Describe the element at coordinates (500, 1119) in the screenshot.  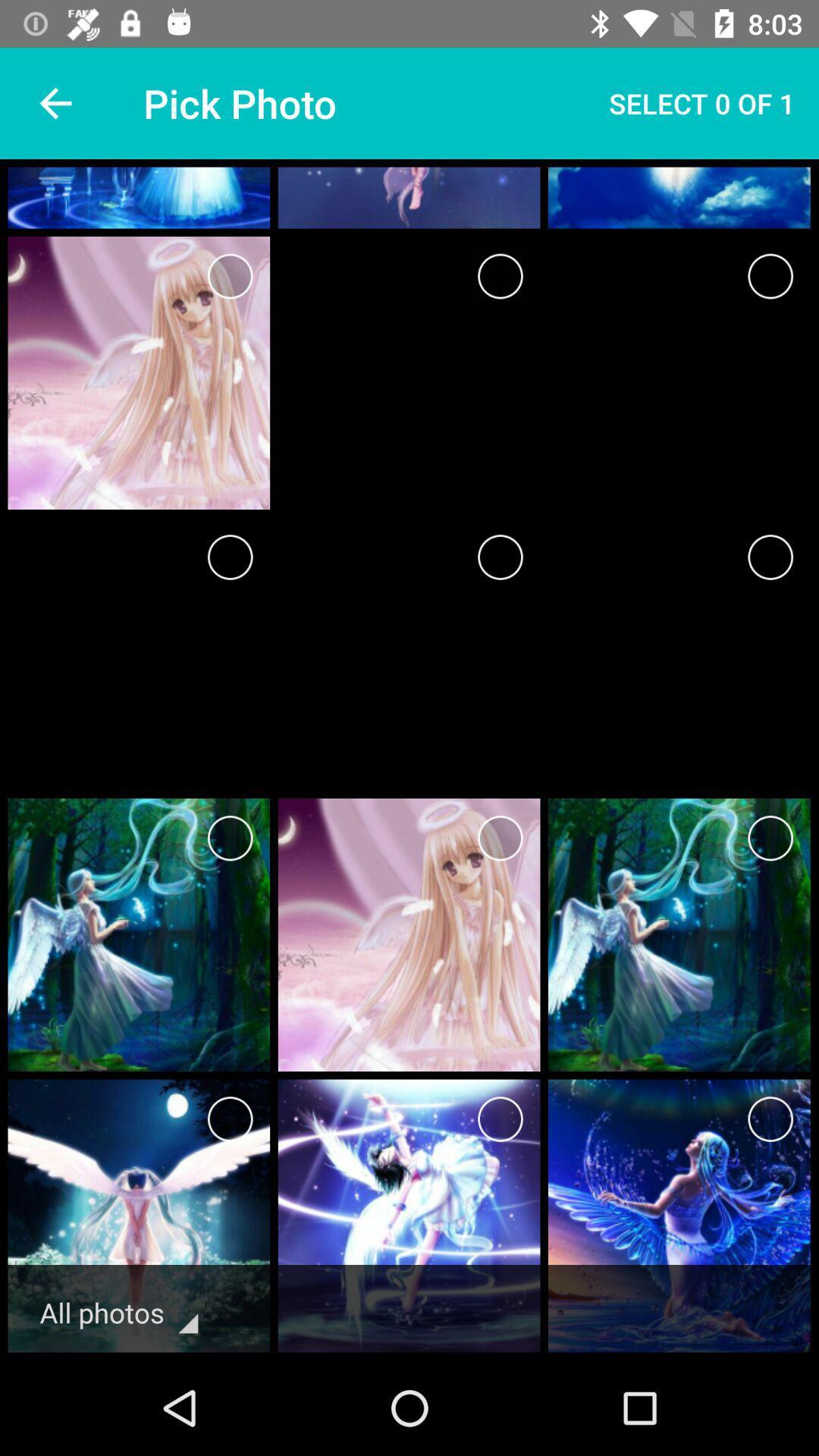
I see `photo` at that location.